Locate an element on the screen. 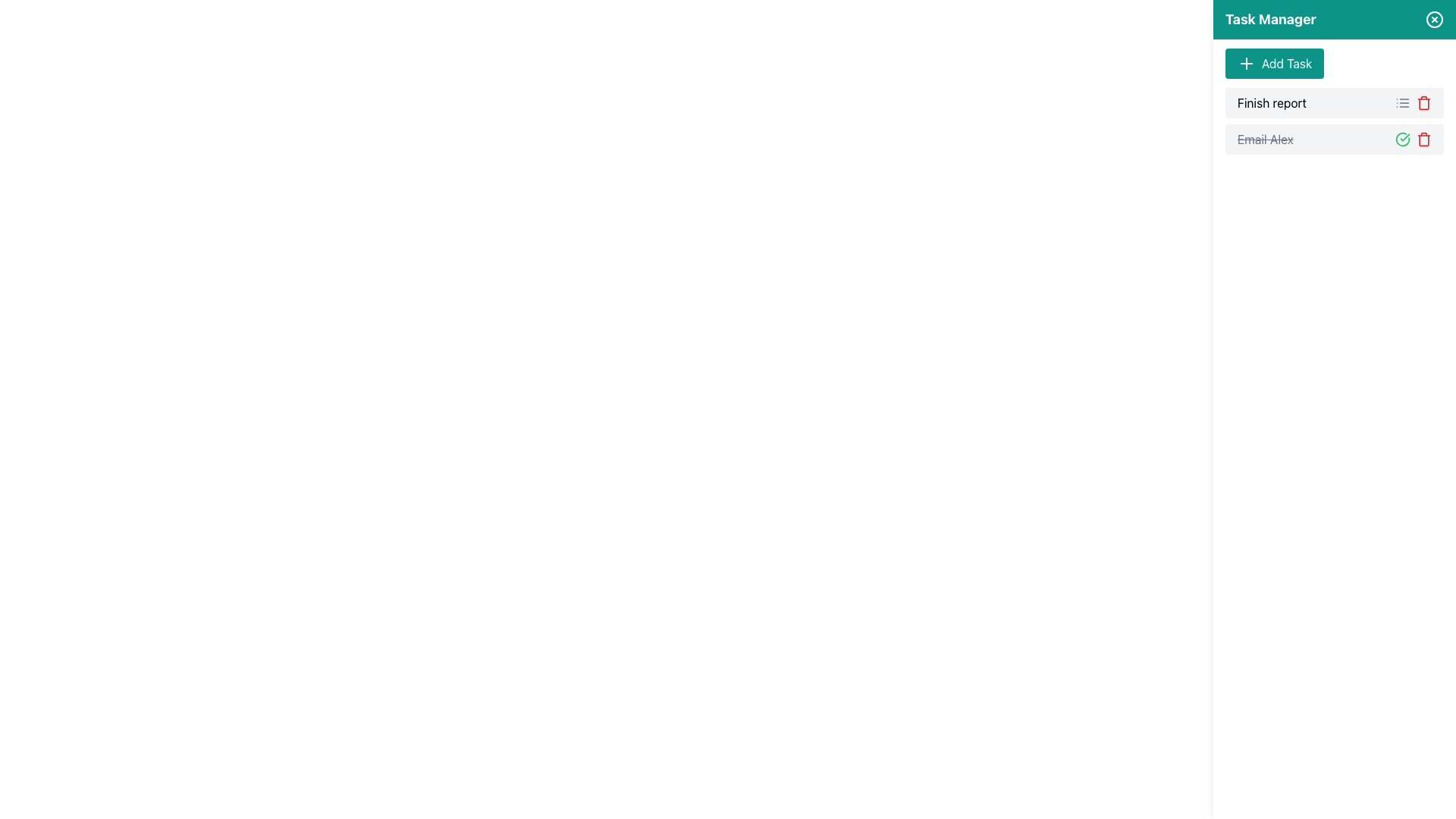  the icons in the icon group related to the 'Finish report' task is located at coordinates (1412, 102).